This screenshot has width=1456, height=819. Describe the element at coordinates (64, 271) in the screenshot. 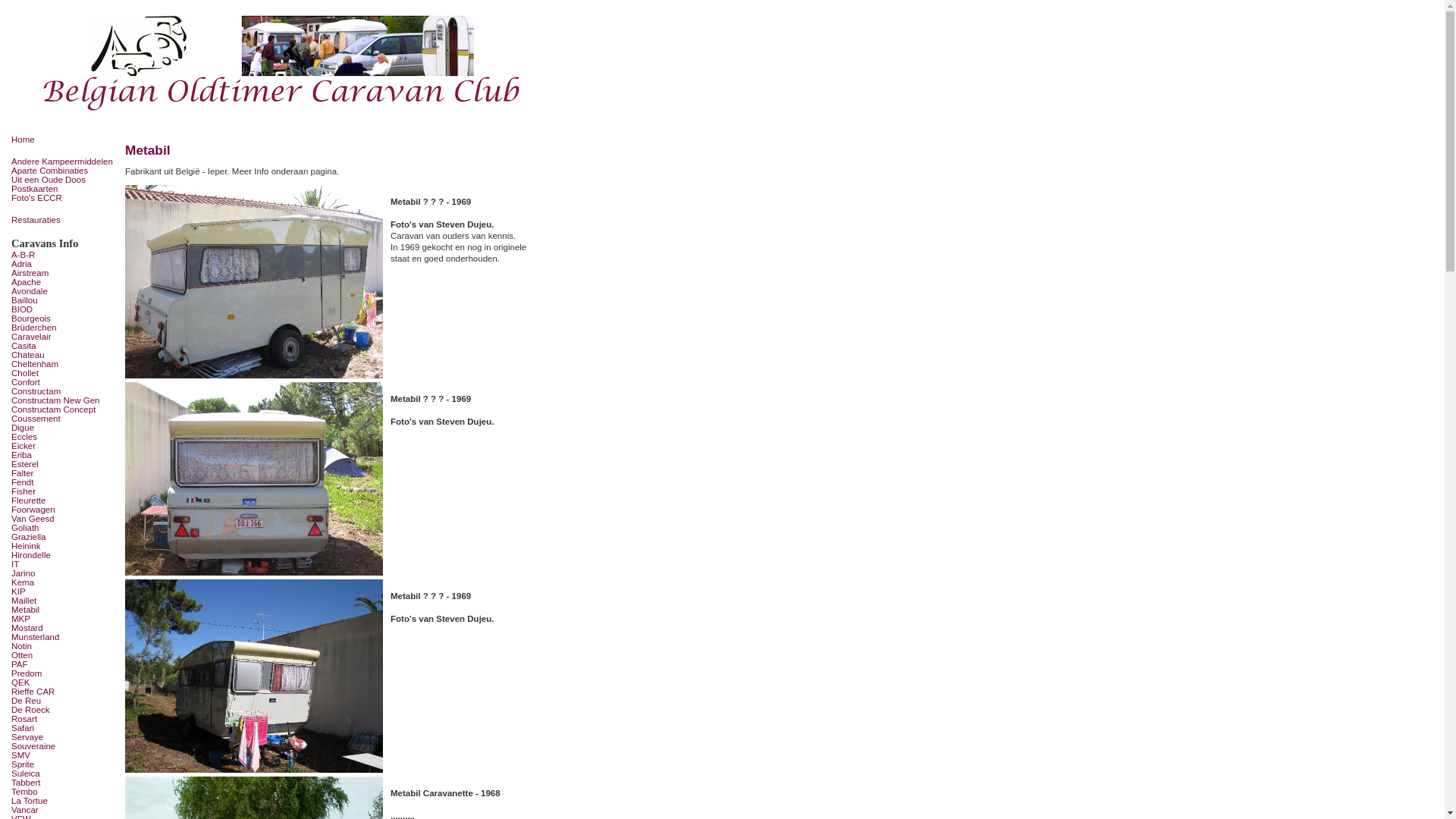

I see `'Airstream'` at that location.